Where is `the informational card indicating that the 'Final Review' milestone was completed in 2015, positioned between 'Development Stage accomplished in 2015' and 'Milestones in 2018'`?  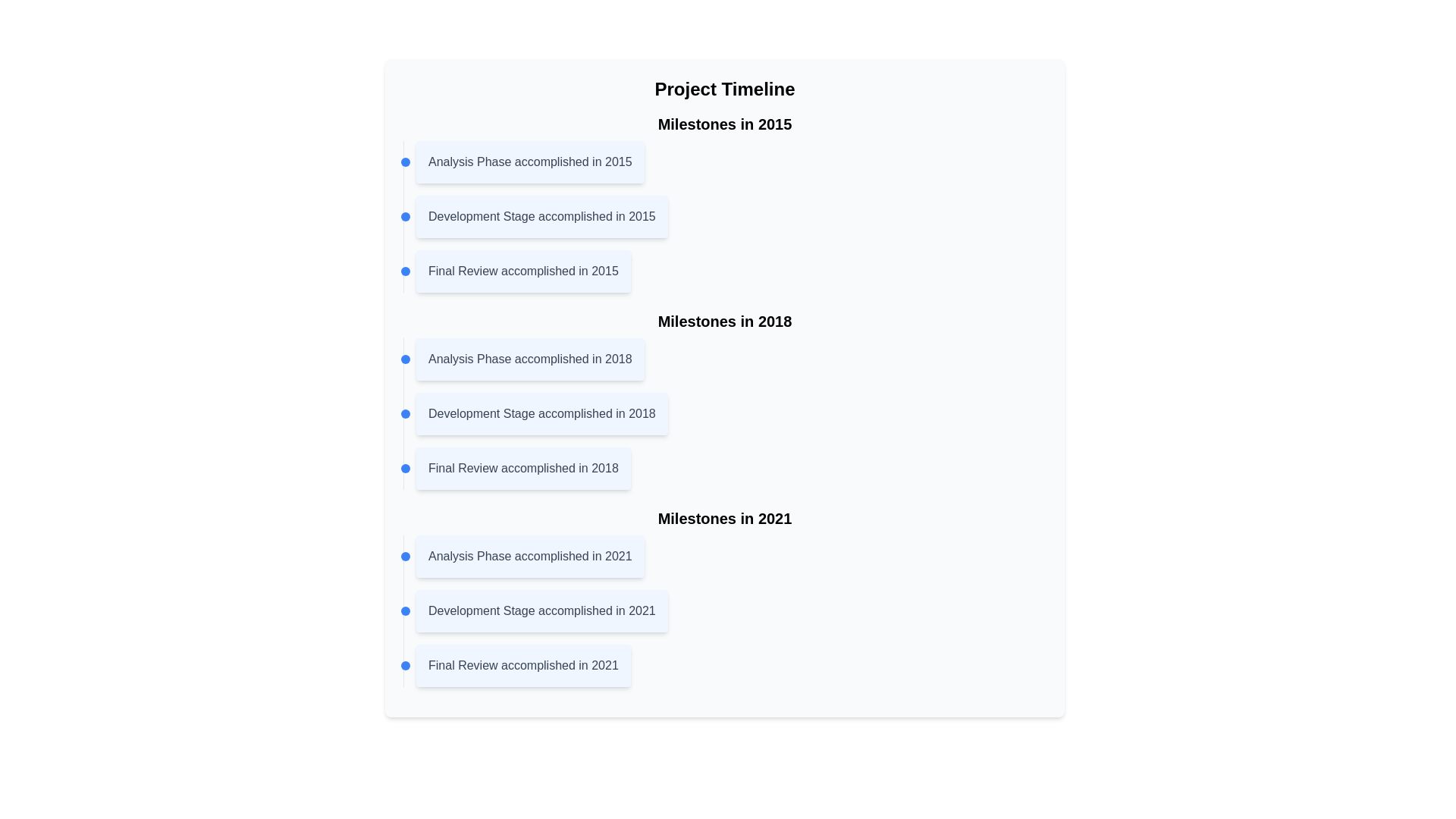
the informational card indicating that the 'Final Review' milestone was completed in 2015, positioned between 'Development Stage accomplished in 2015' and 'Milestones in 2018' is located at coordinates (523, 271).